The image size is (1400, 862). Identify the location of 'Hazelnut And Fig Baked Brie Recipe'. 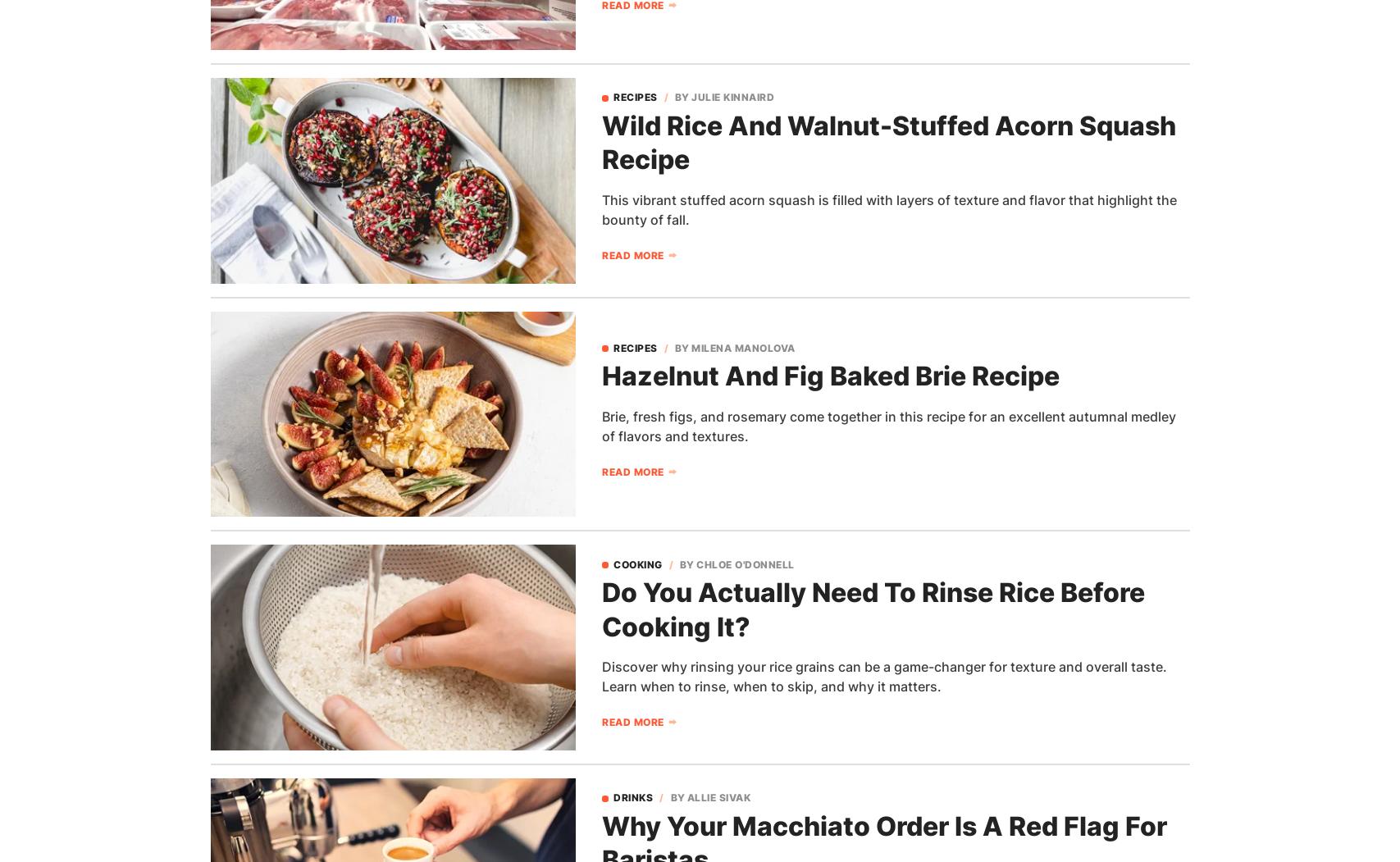
(829, 375).